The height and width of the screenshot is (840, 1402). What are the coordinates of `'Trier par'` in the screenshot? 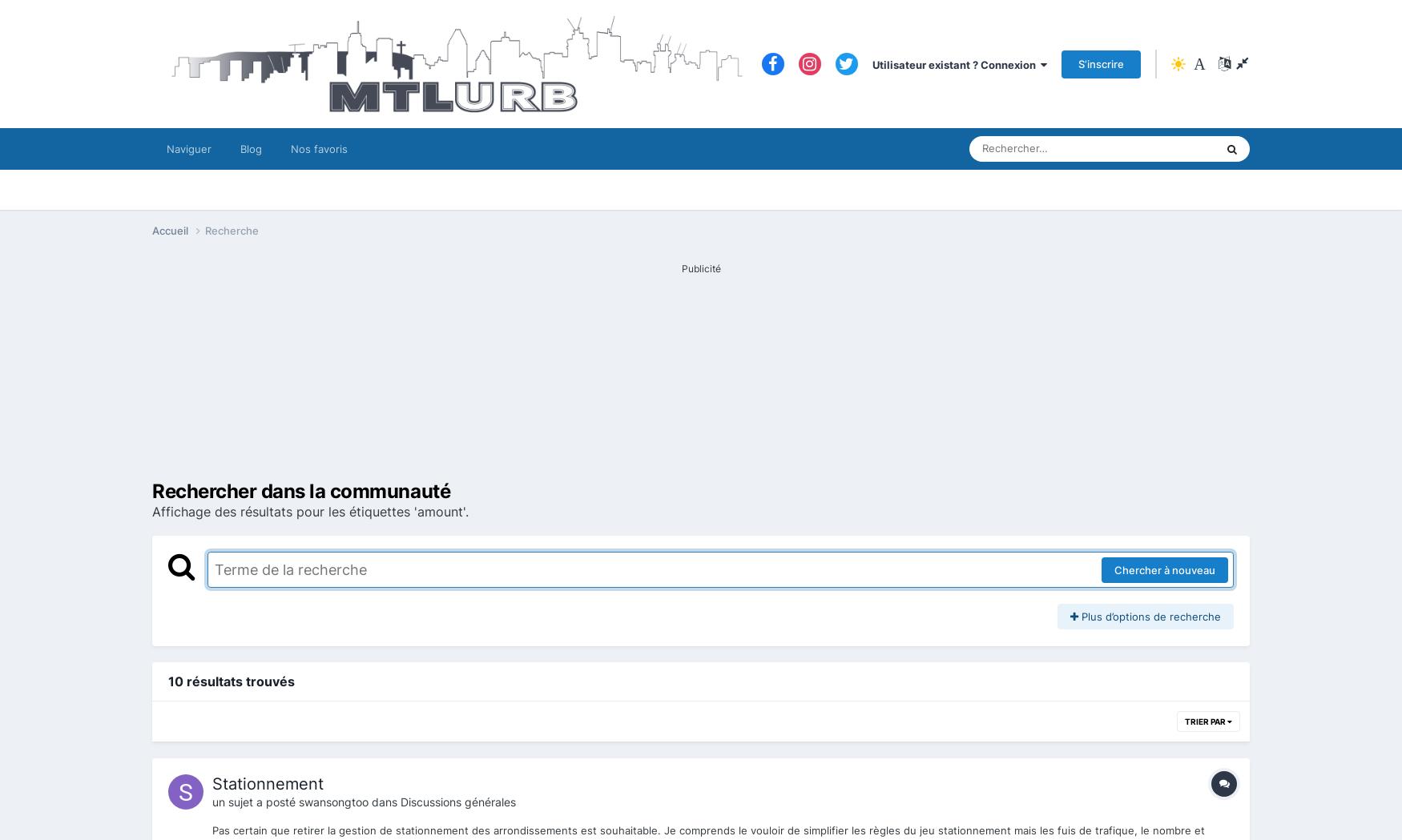 It's located at (1205, 720).